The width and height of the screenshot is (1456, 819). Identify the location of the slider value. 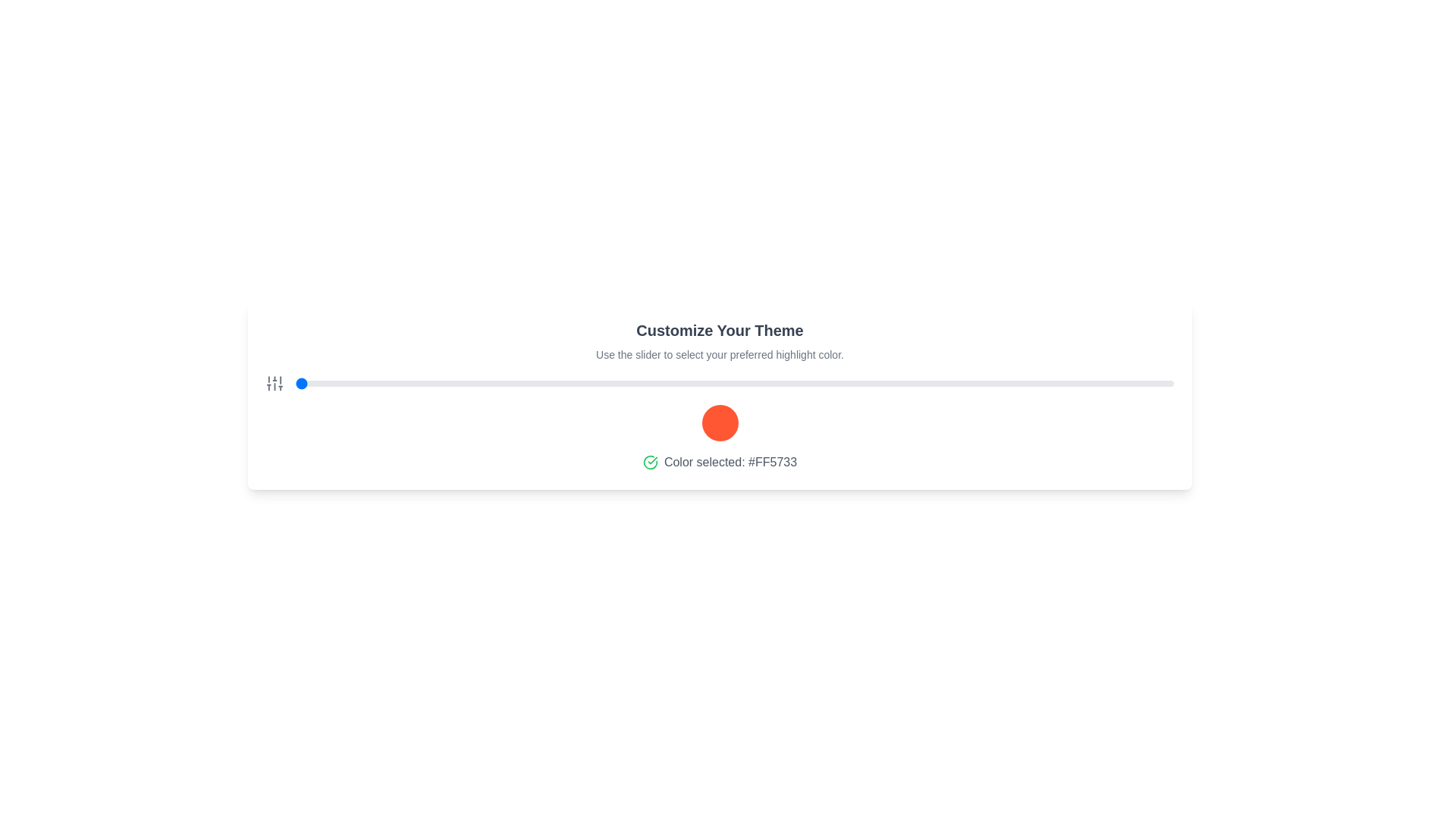
(859, 382).